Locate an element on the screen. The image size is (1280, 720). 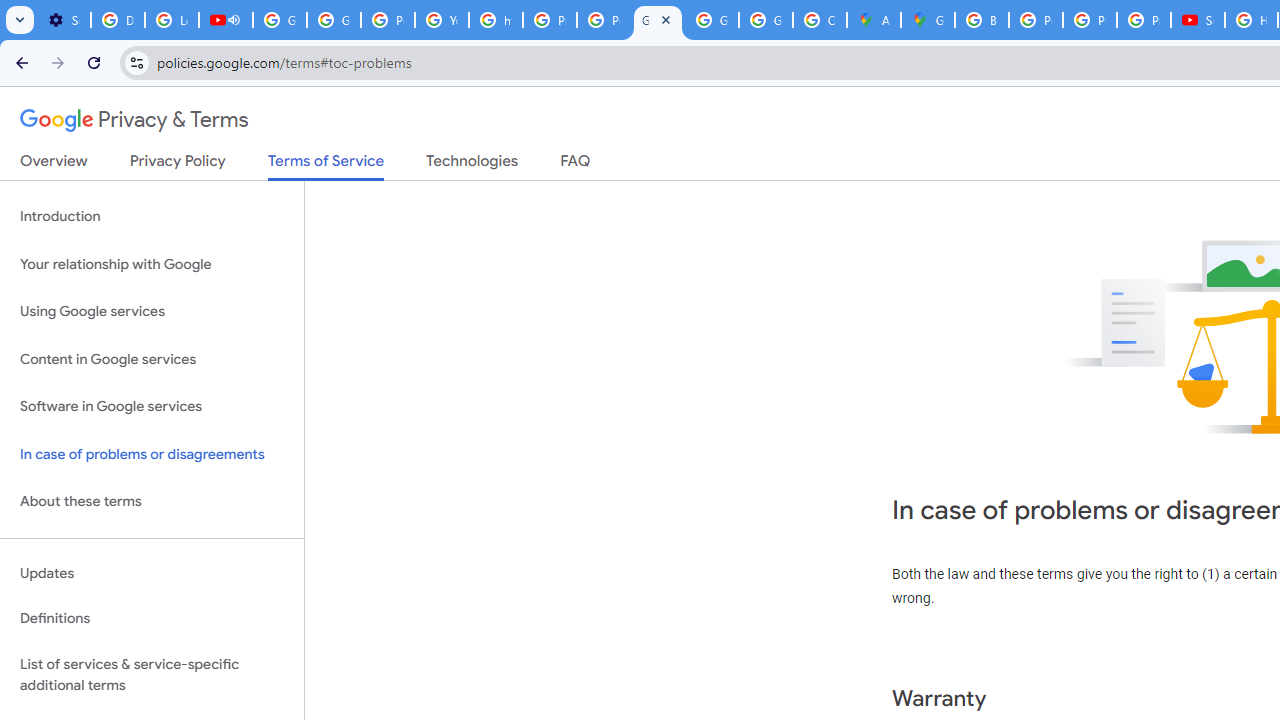
'Delete photos & videos - Computer - Google Photos Help' is located at coordinates (116, 20).